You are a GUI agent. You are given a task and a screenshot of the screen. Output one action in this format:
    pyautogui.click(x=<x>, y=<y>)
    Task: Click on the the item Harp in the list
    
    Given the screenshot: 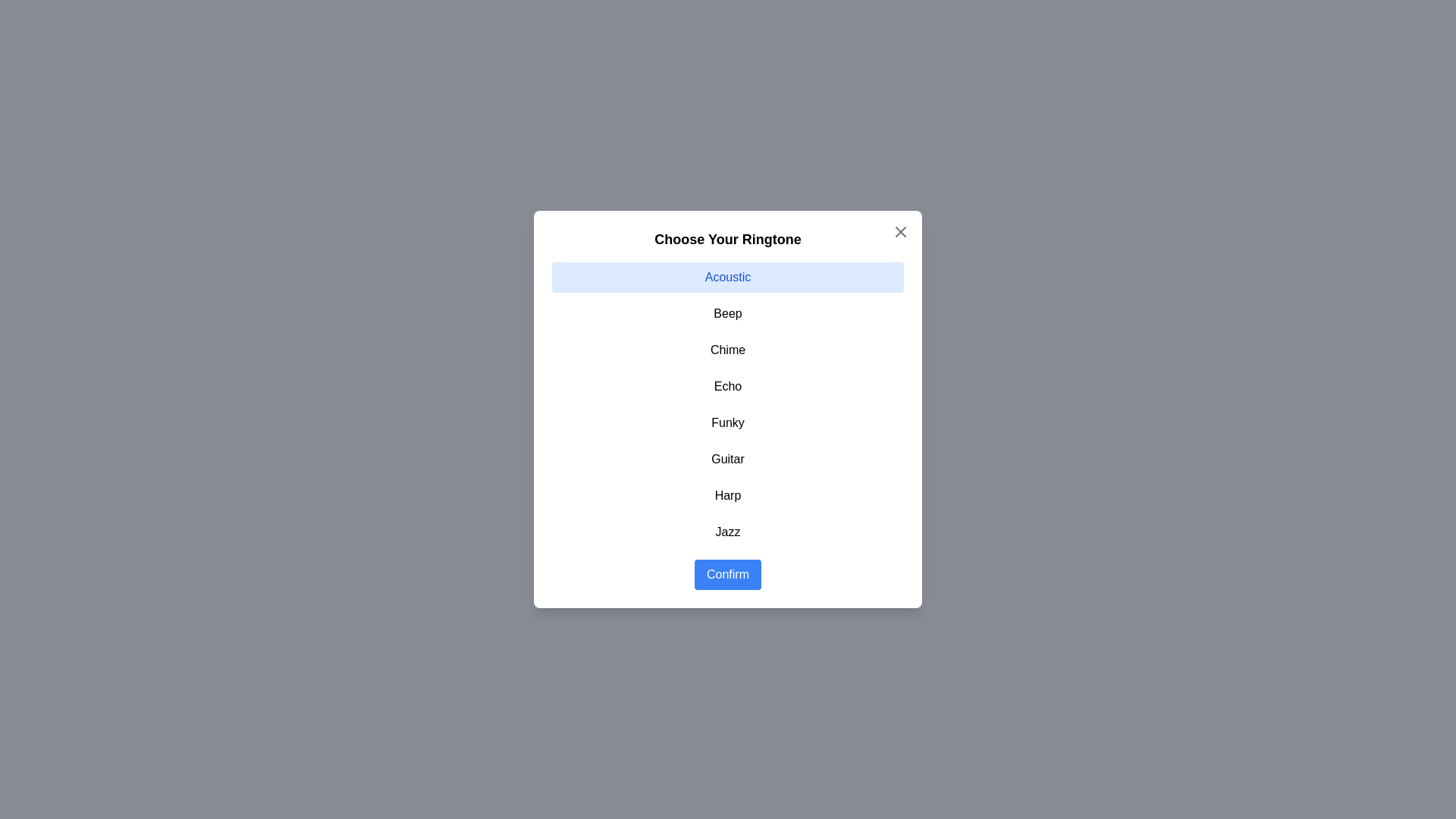 What is the action you would take?
    pyautogui.click(x=728, y=496)
    